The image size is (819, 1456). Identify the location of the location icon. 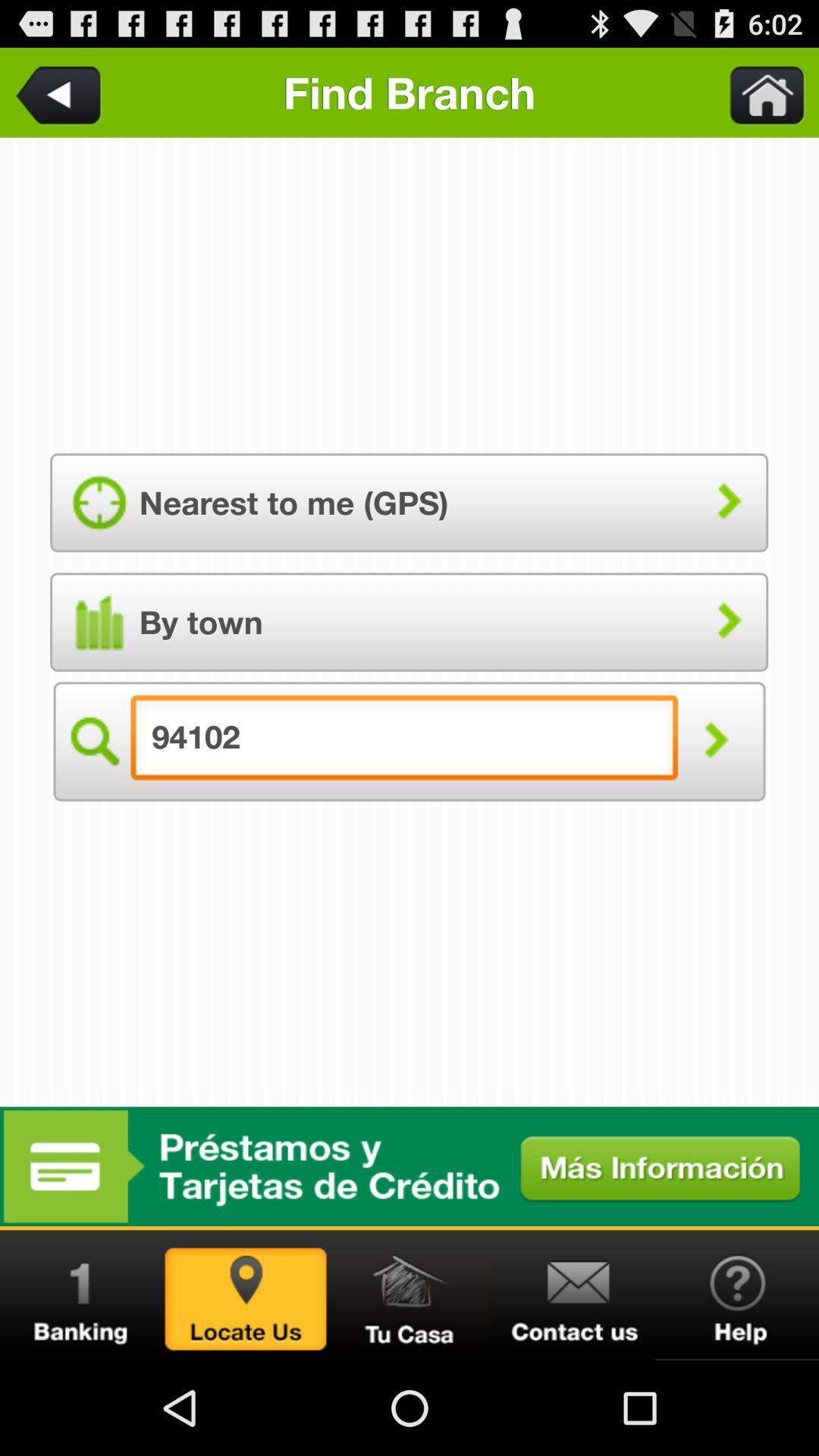
(245, 1386).